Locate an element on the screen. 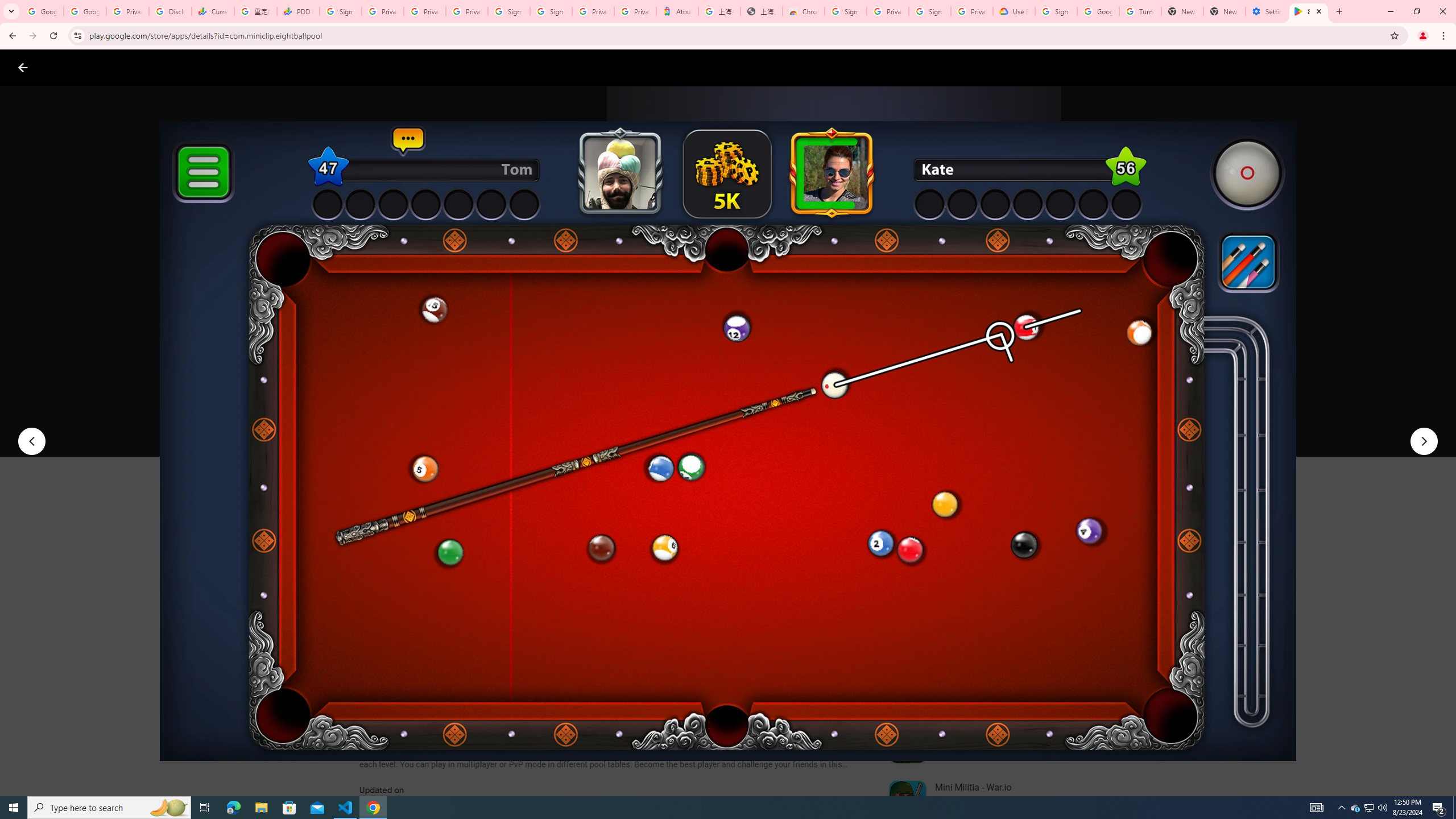 The width and height of the screenshot is (1456, 819). 'Sign in - Google Accounts' is located at coordinates (1055, 11).